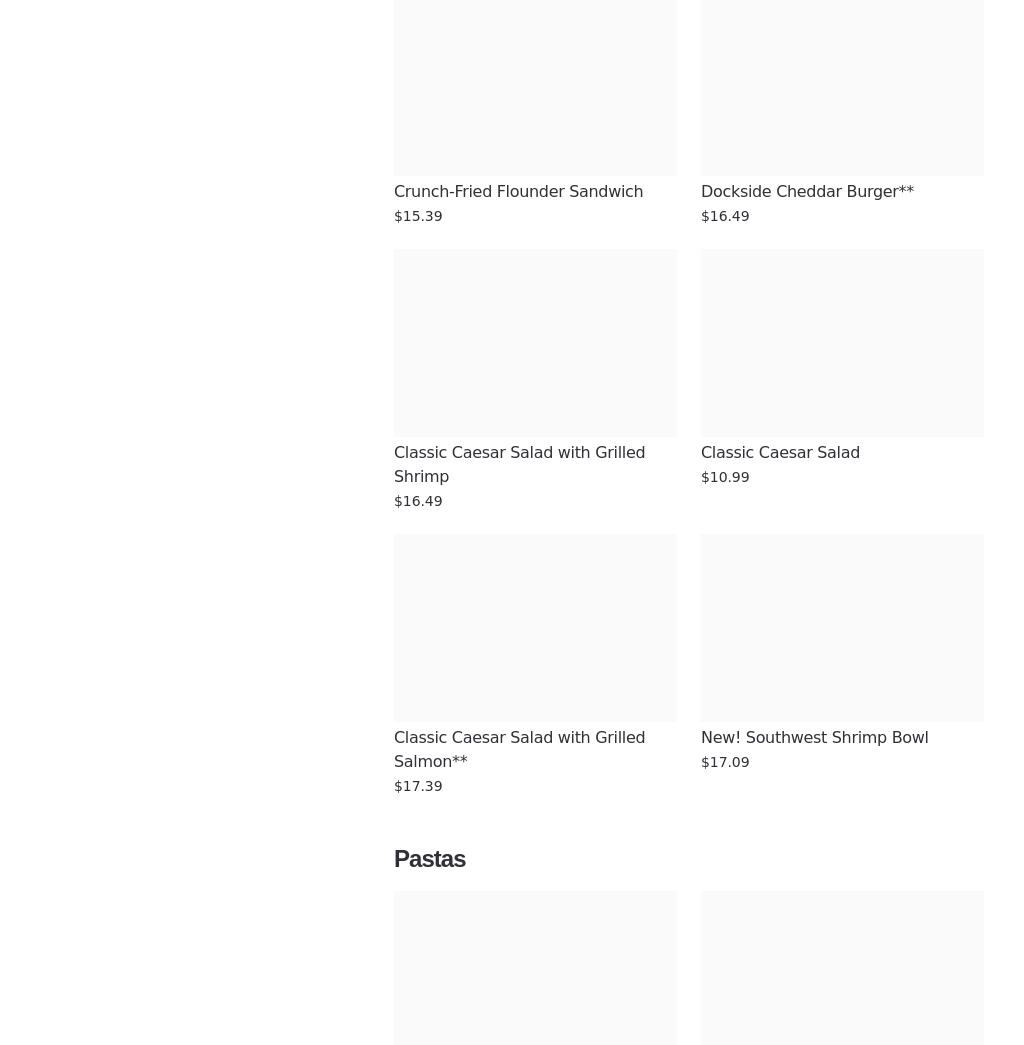 Image resolution: width=1024 pixels, height=1045 pixels. Describe the element at coordinates (522, 464) in the screenshot. I see `'Classic Caesar Salad with Grilled Shrimp'` at that location.